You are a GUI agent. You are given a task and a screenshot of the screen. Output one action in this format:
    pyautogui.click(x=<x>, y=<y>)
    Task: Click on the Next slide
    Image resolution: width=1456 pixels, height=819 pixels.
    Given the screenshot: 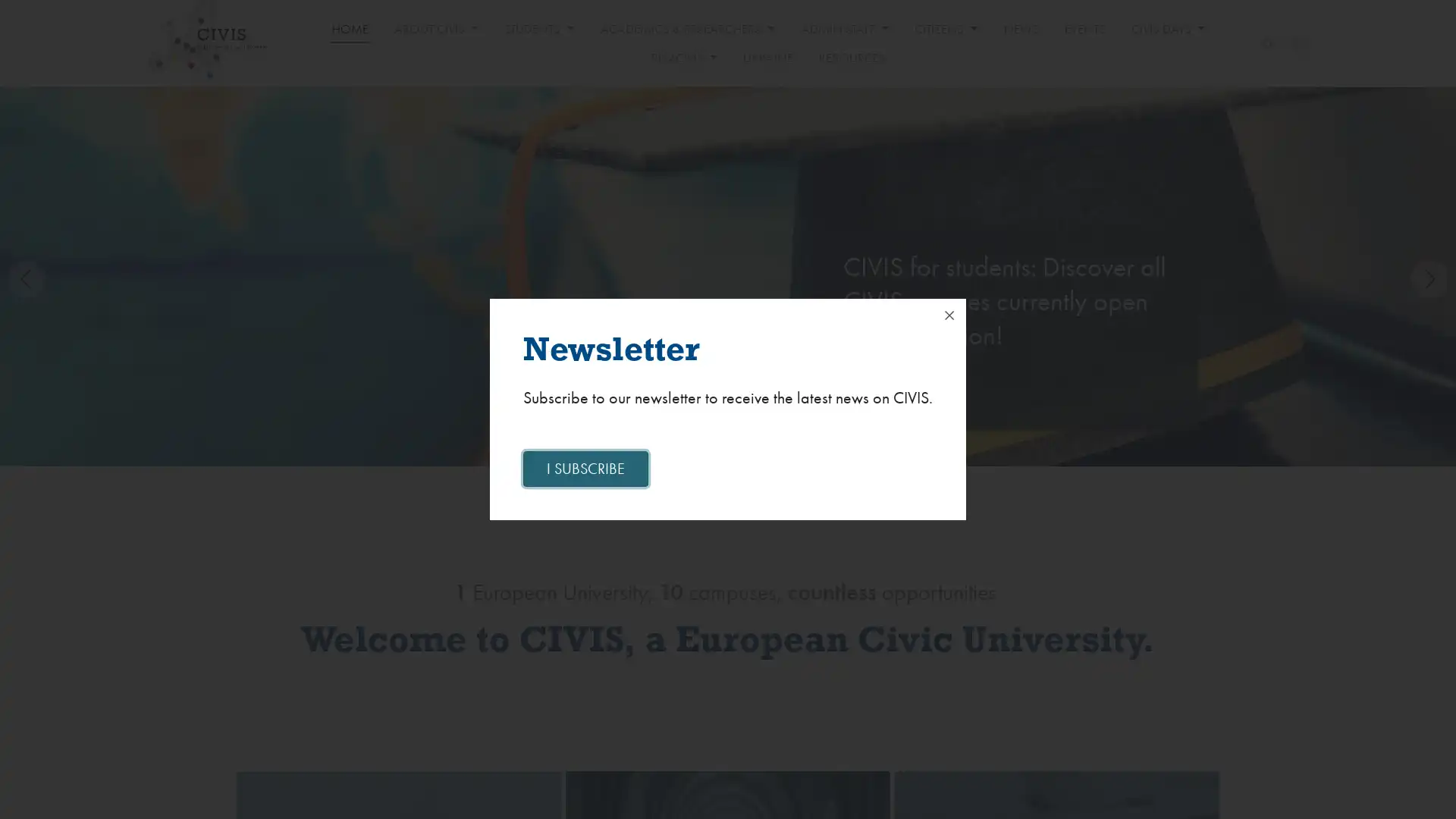 What is the action you would take?
    pyautogui.click(x=1429, y=278)
    